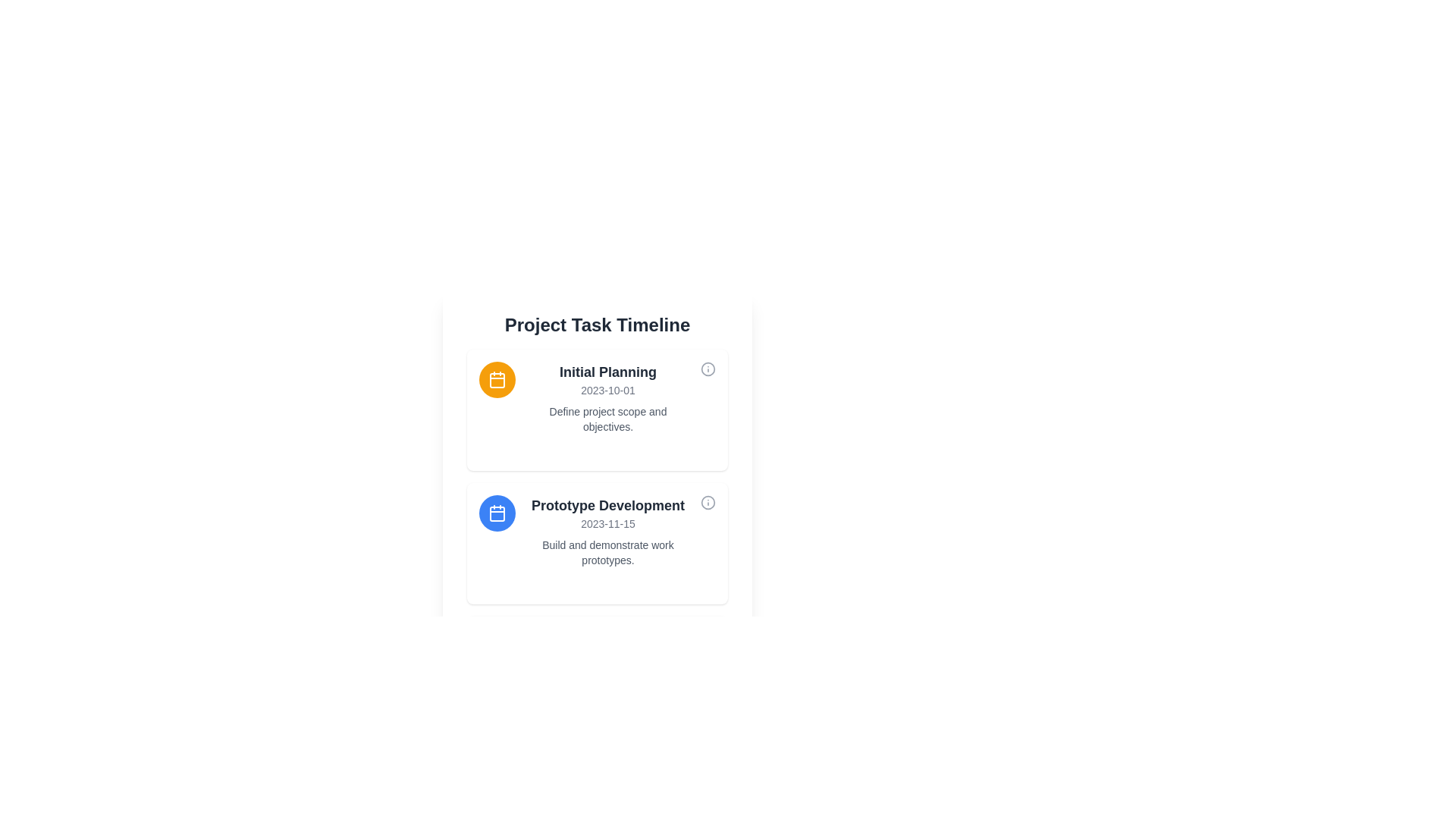 The width and height of the screenshot is (1456, 819). What do you see at coordinates (607, 419) in the screenshot?
I see `text content of the text block that contains the sentence 'Define project scope and objectives.' located in the 'Initial Planning' section, beneath the date '2023-10-01'` at bounding box center [607, 419].